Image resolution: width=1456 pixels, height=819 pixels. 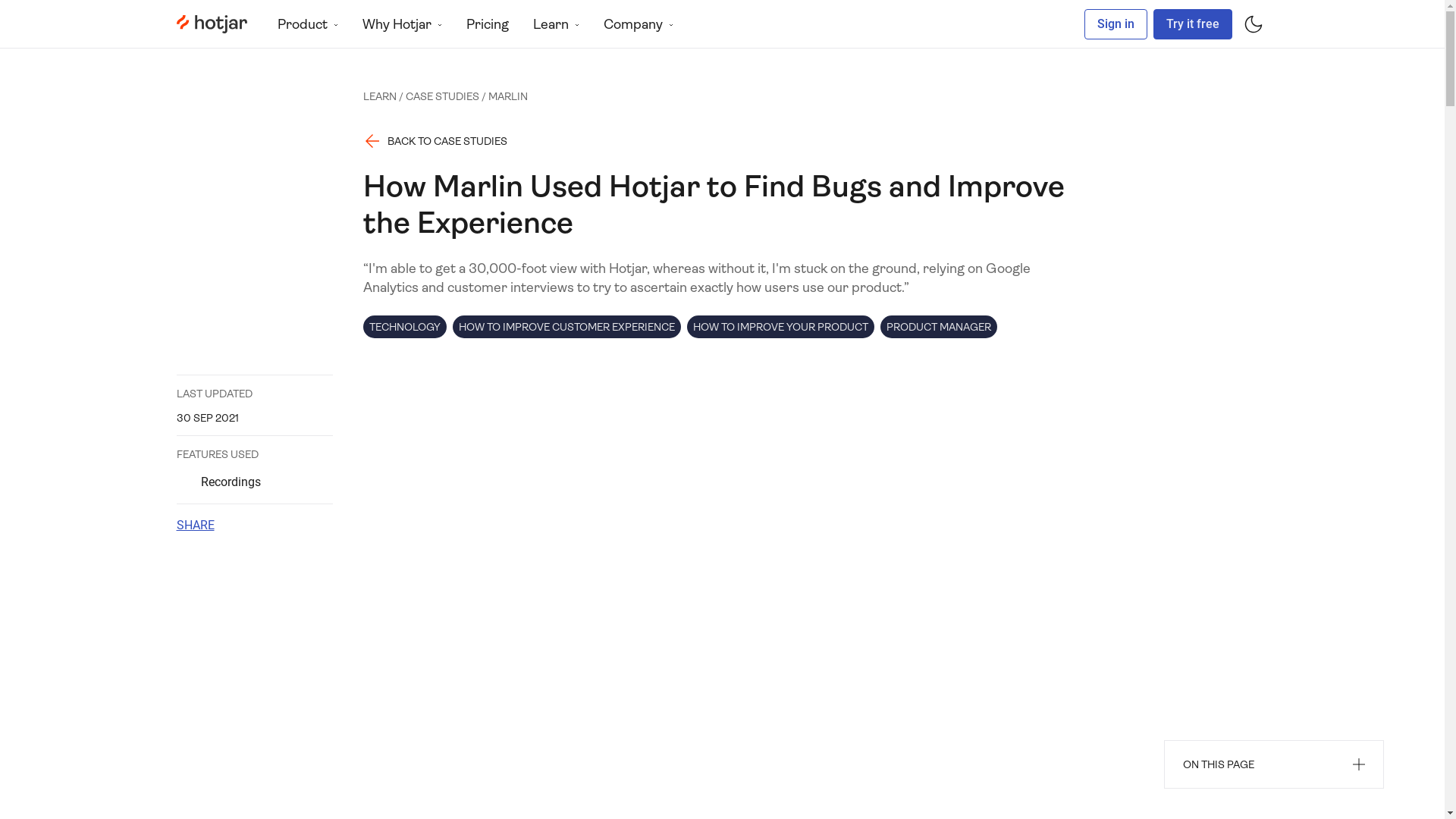 I want to click on 'Try it free', so click(x=1191, y=24).